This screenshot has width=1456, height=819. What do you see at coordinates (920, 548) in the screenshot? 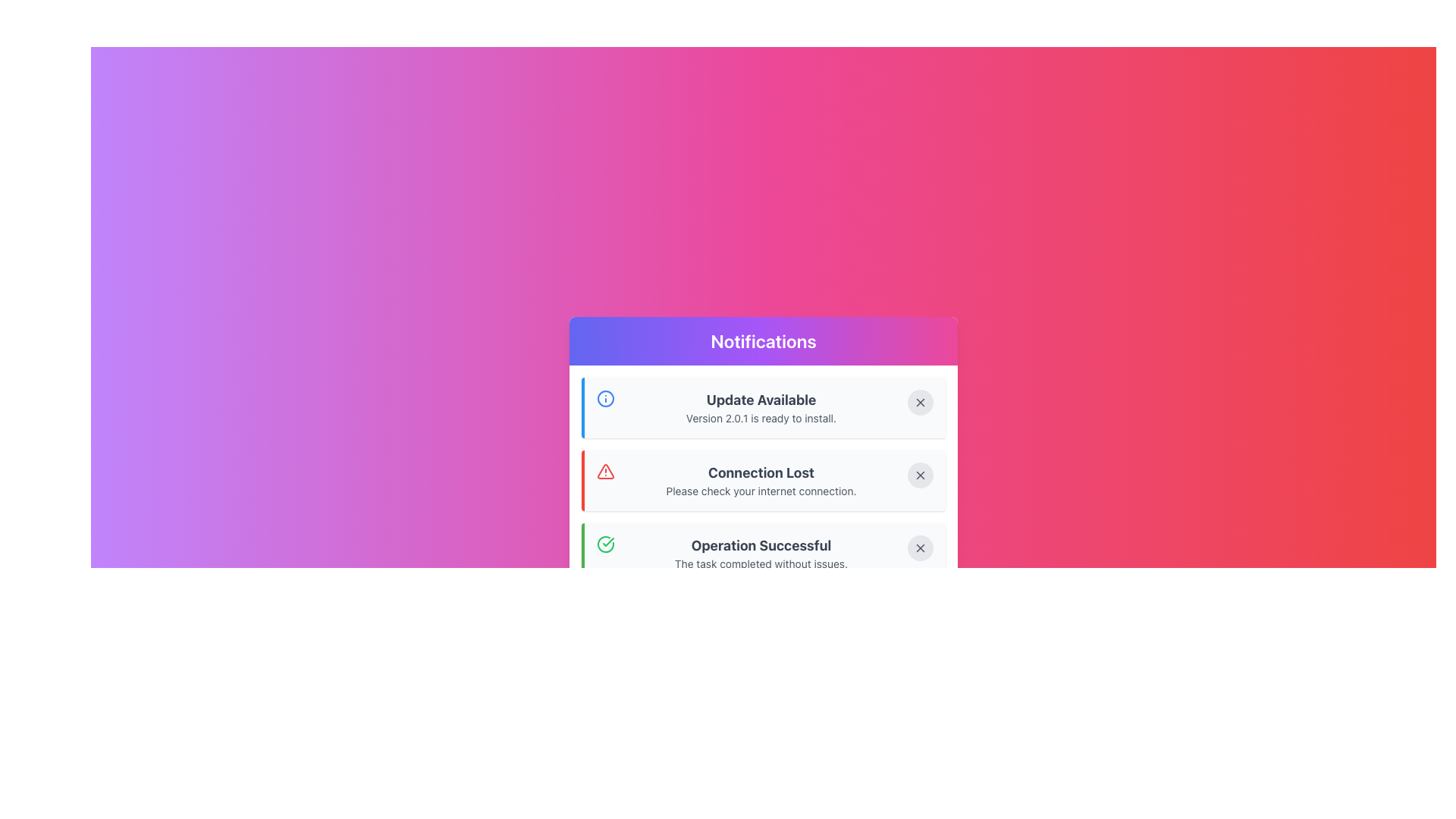
I see `the small 'X' icon button located at the top-right corner of the 'Operation Successful' notification card` at bounding box center [920, 548].